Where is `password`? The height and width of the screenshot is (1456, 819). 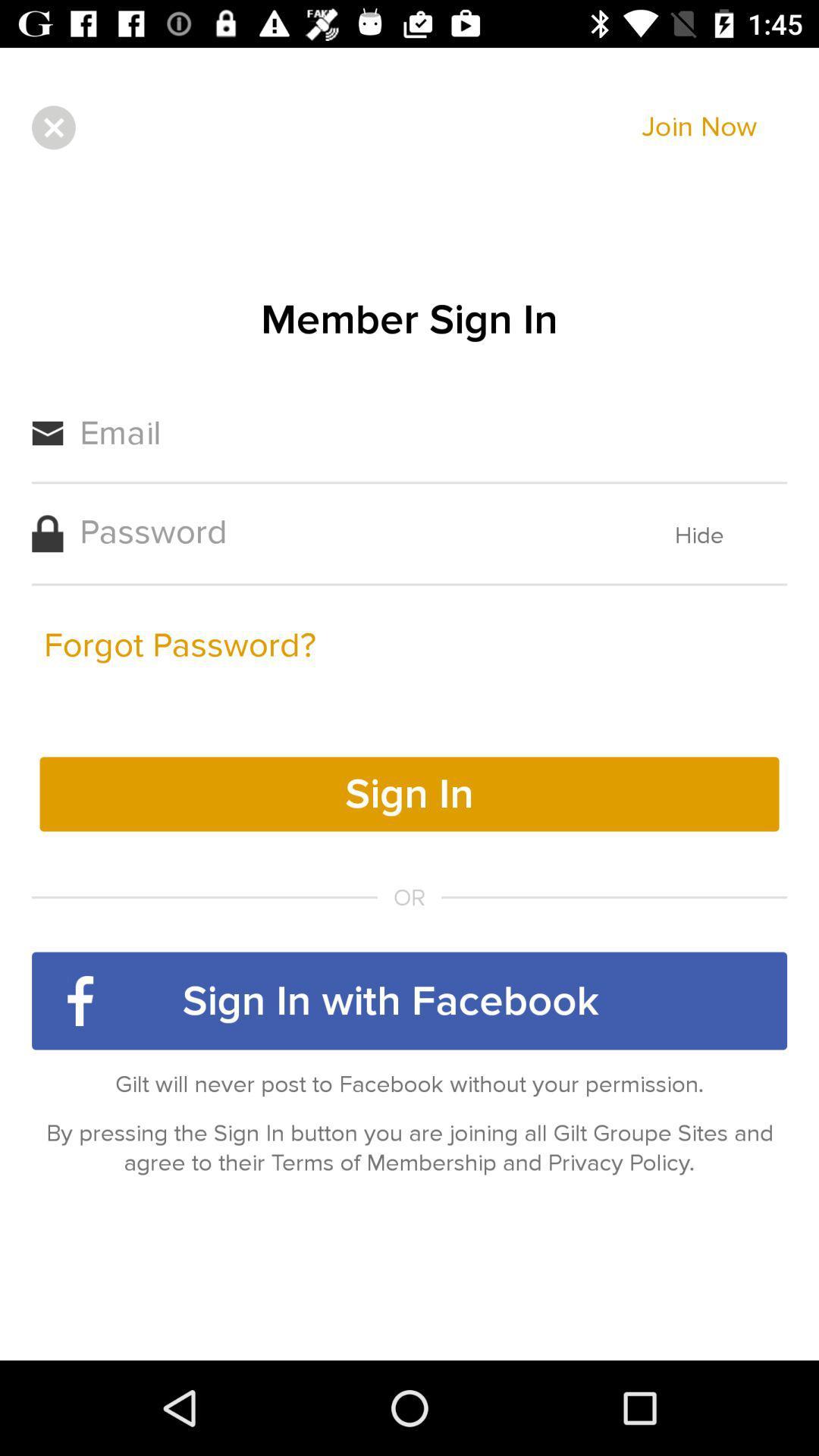 password is located at coordinates (345, 532).